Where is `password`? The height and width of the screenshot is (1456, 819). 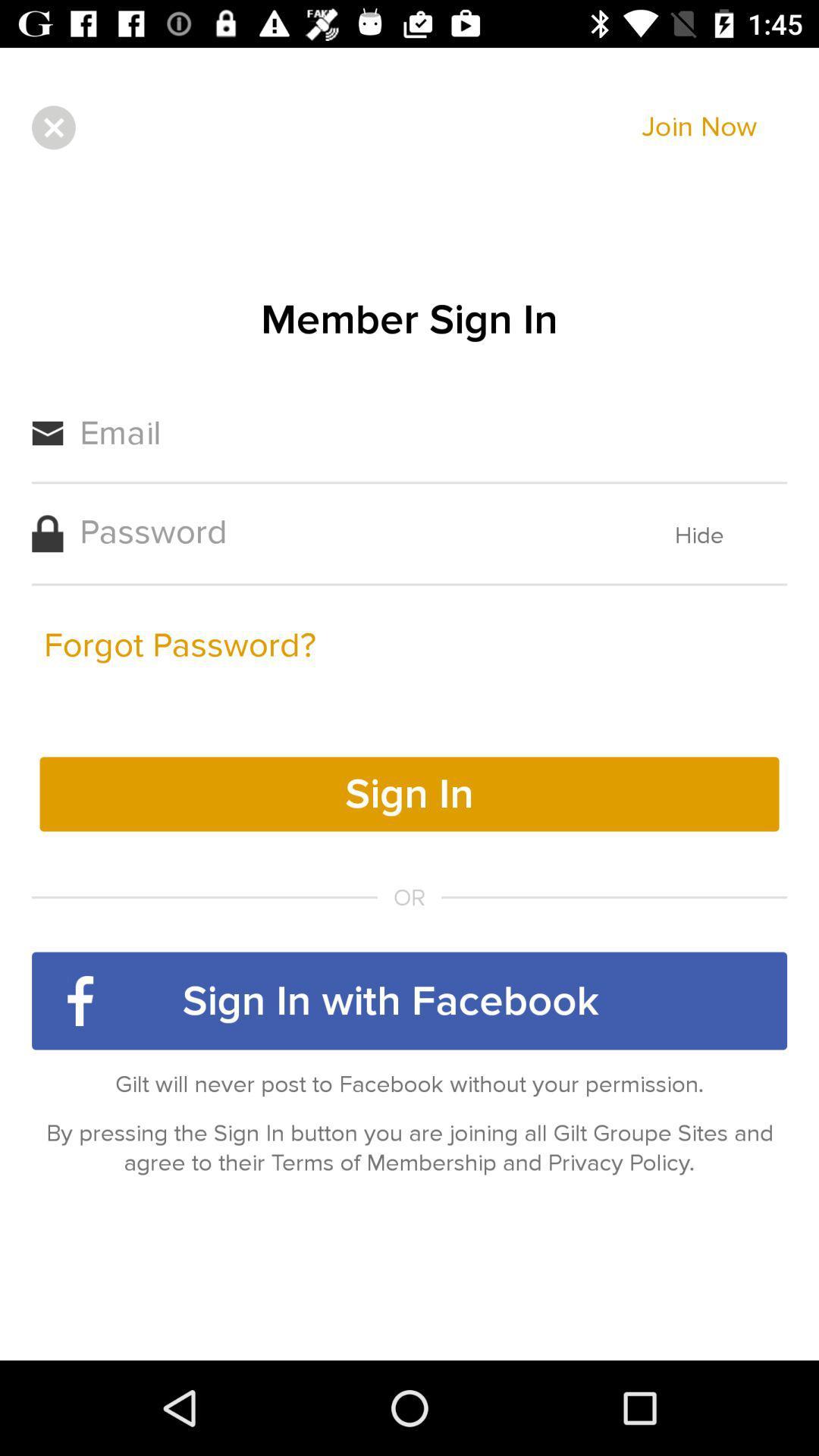 password is located at coordinates (345, 532).